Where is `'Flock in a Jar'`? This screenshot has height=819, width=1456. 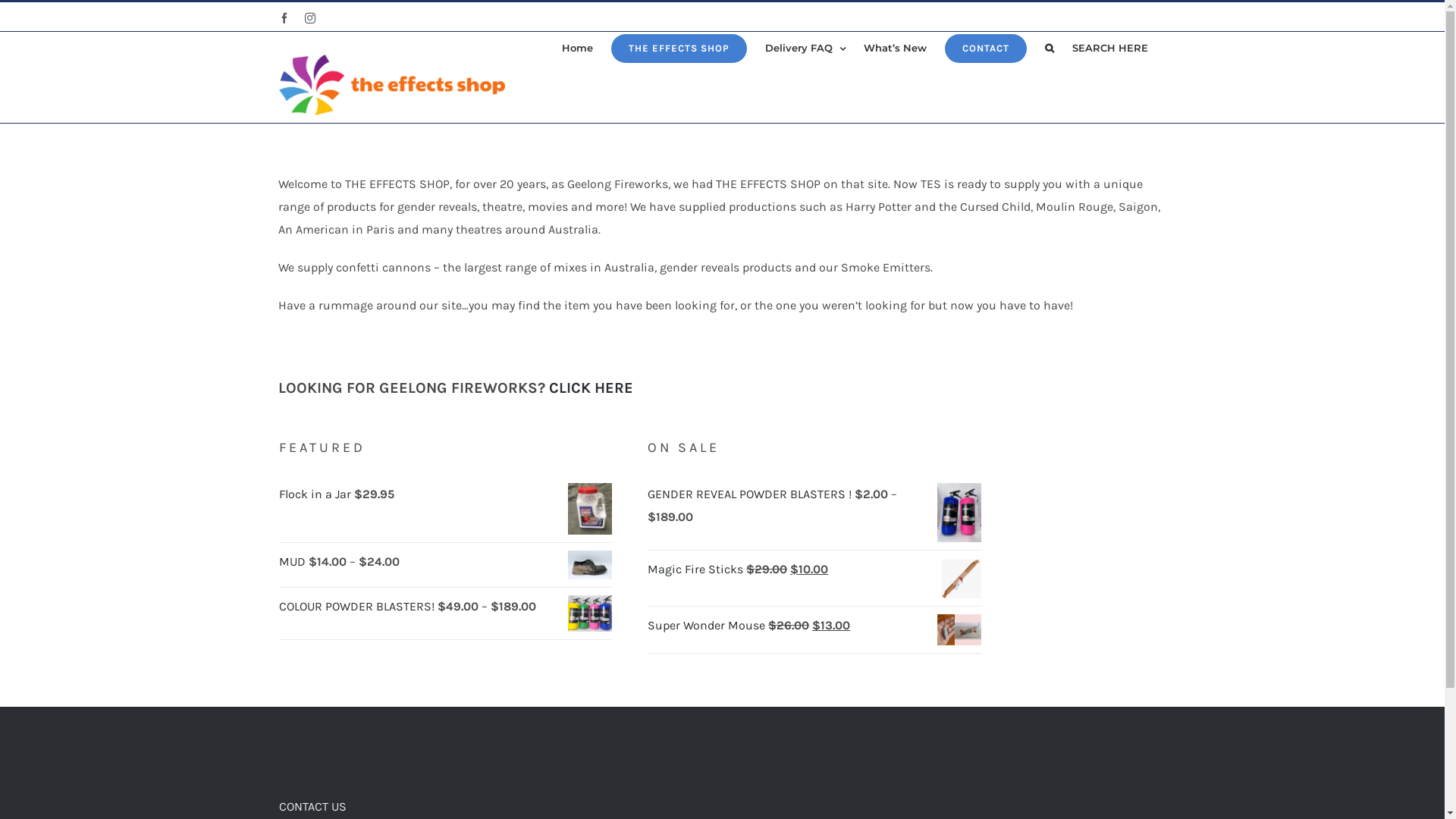 'Flock in a Jar' is located at coordinates (315, 494).